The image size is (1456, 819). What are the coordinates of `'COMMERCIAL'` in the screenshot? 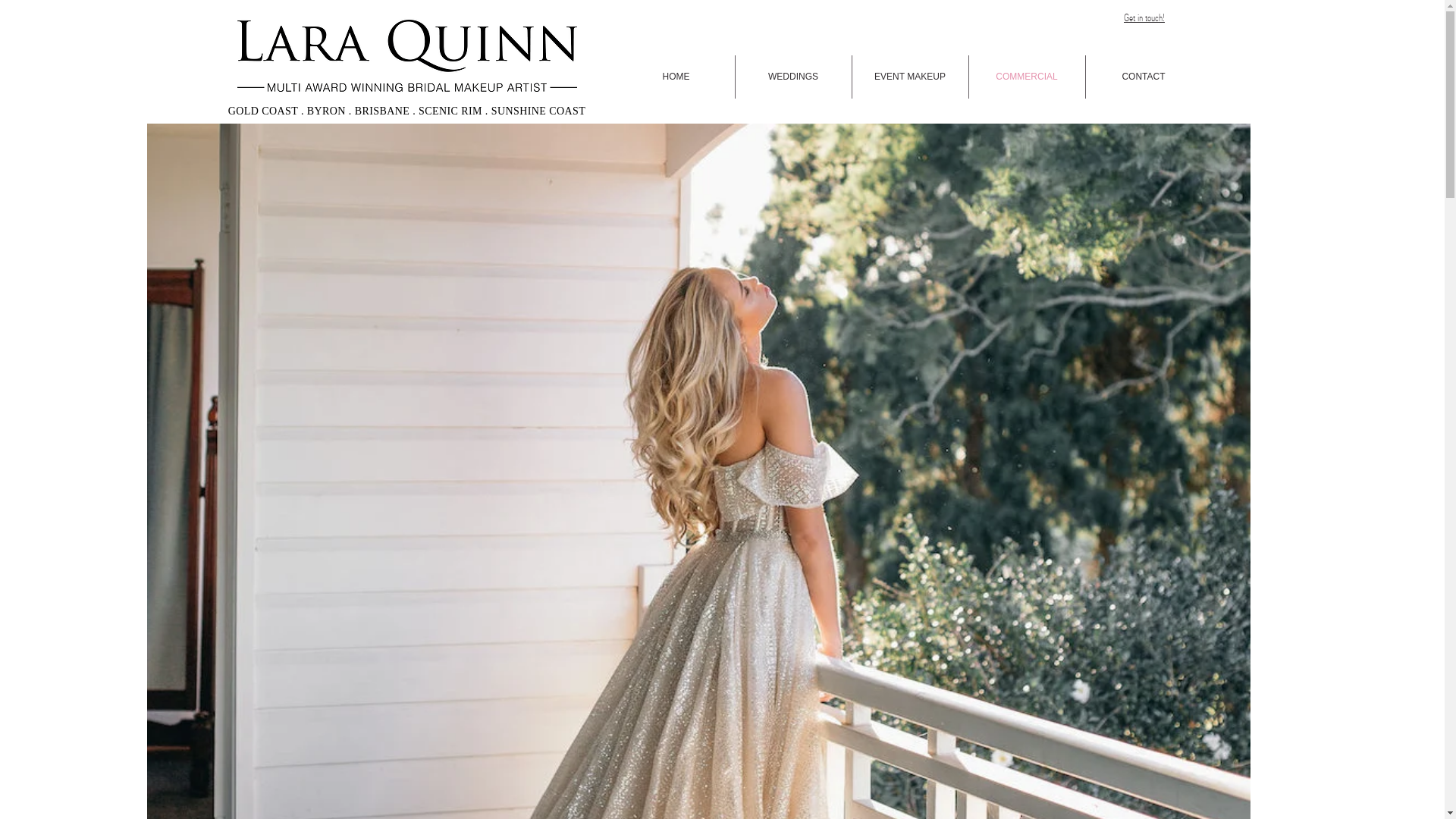 It's located at (1027, 77).